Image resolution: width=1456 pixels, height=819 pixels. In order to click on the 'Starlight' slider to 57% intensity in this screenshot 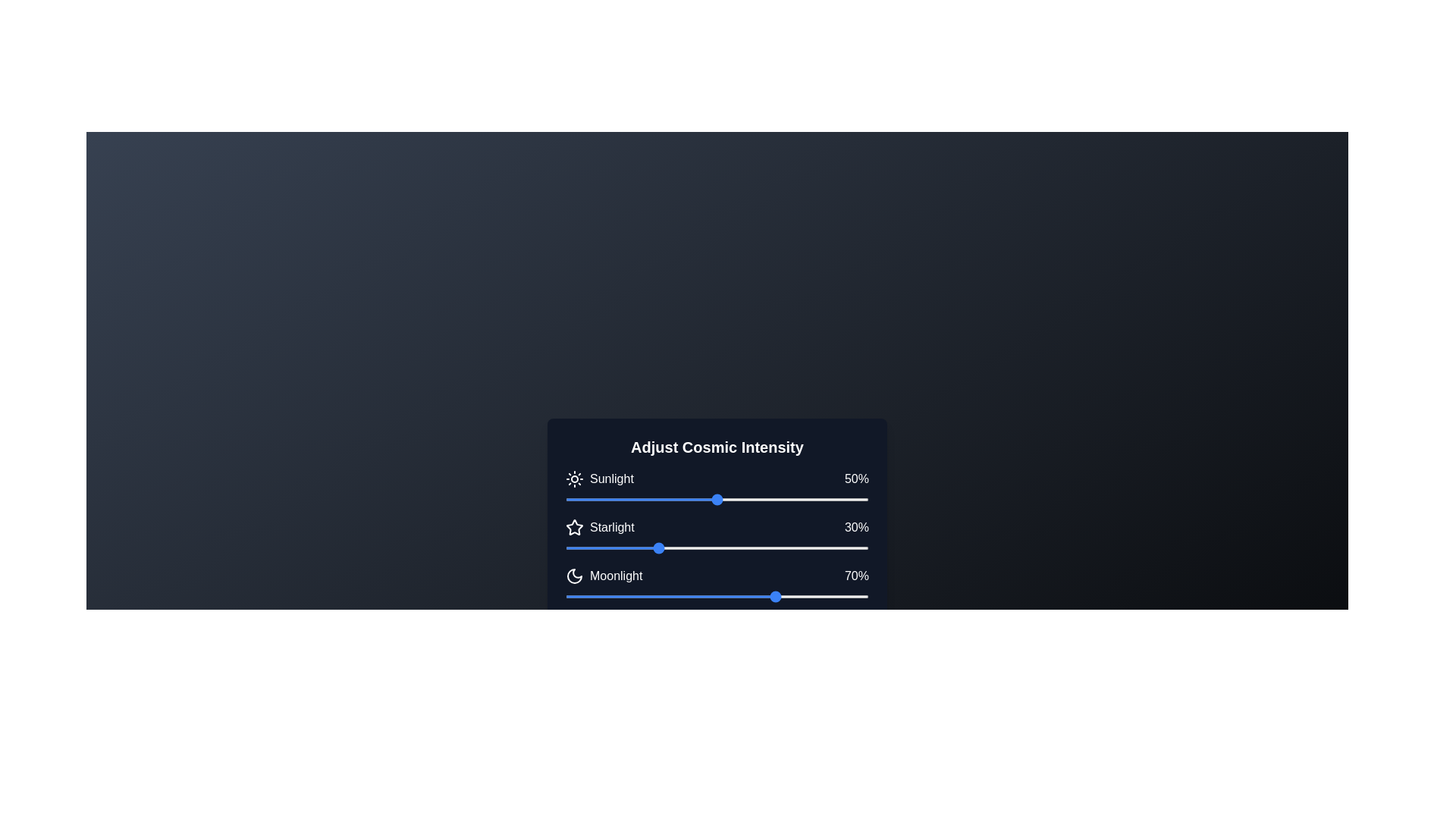, I will do `click(739, 548)`.